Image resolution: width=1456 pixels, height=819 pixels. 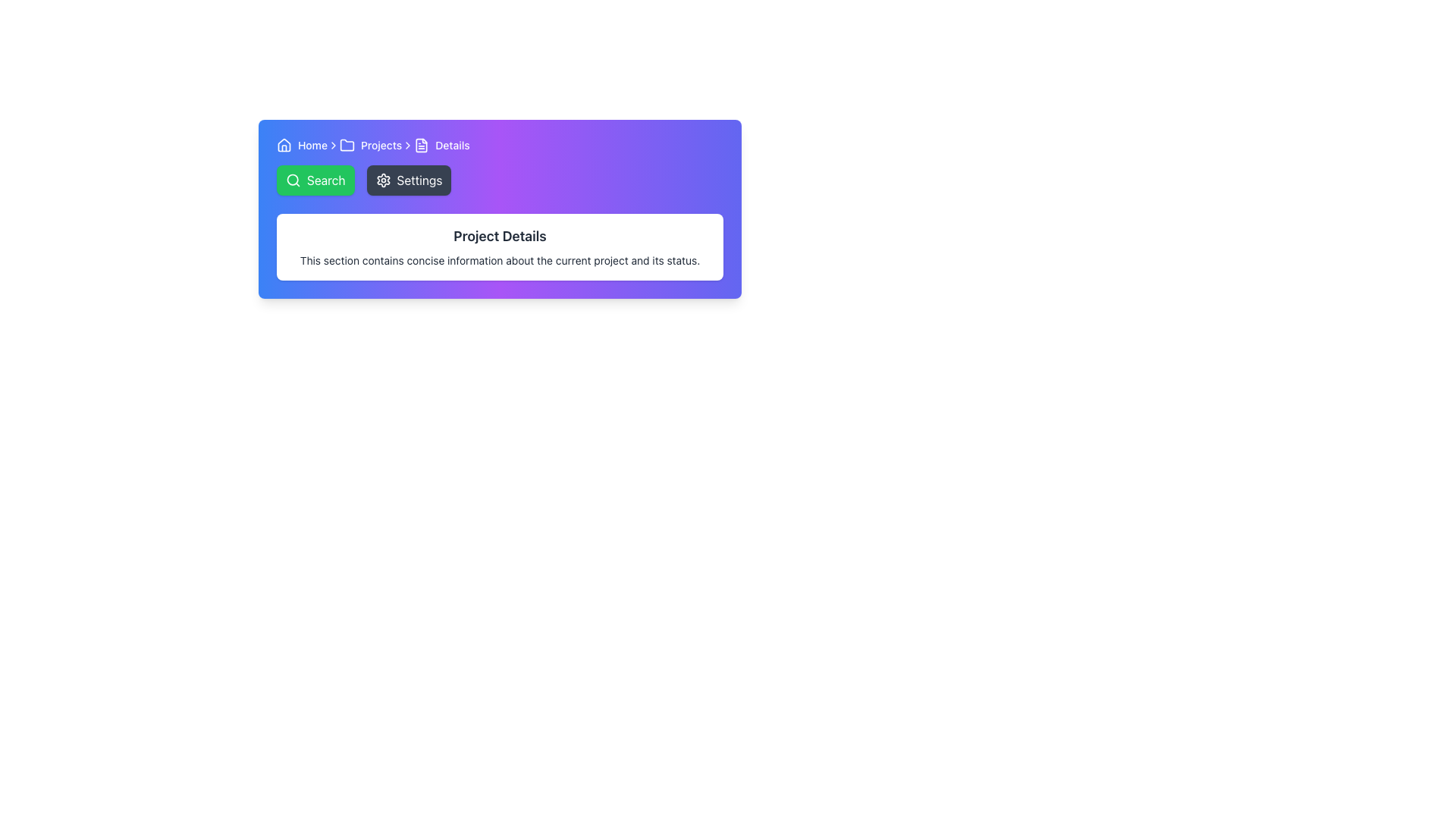 What do you see at coordinates (422, 146) in the screenshot?
I see `the Icon representing the 'Details' section in the breadcrumb navigation, located between the 'Projects' folder icon and the 'Details' text label` at bounding box center [422, 146].